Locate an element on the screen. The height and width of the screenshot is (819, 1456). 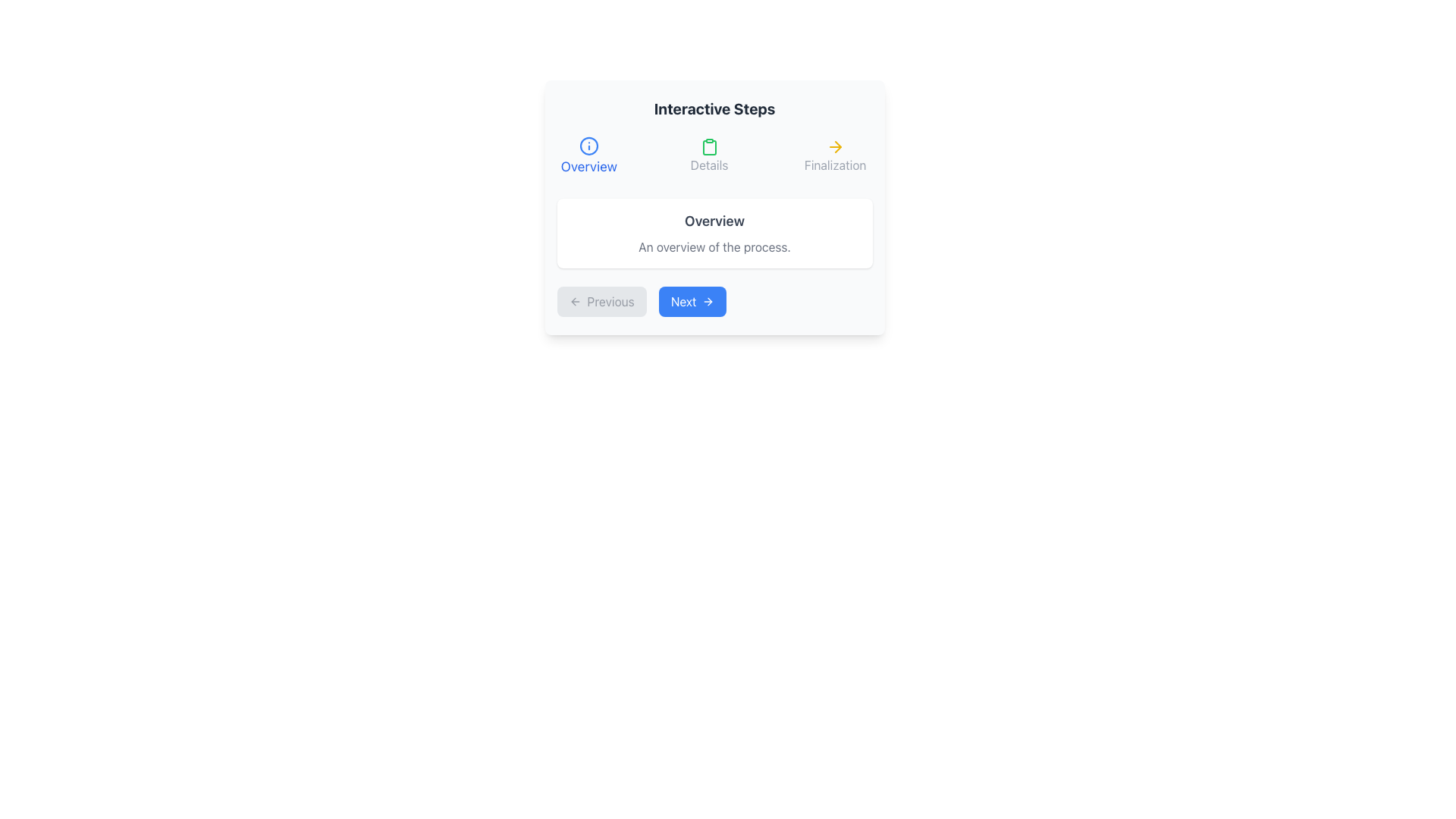
the text label displaying the word 'Details' is located at coordinates (708, 165).